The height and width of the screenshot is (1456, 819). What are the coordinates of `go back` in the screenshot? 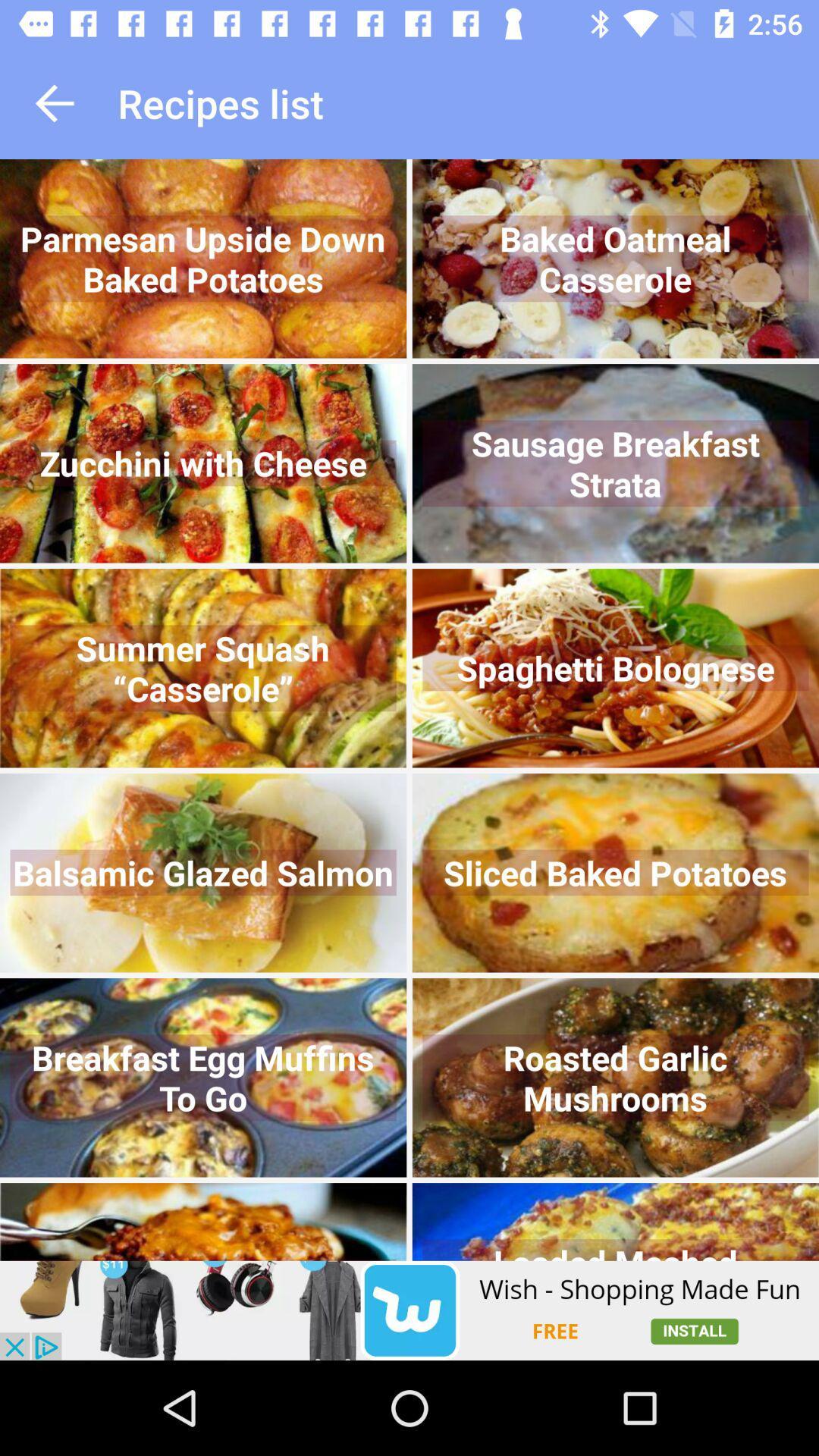 It's located at (54, 102).